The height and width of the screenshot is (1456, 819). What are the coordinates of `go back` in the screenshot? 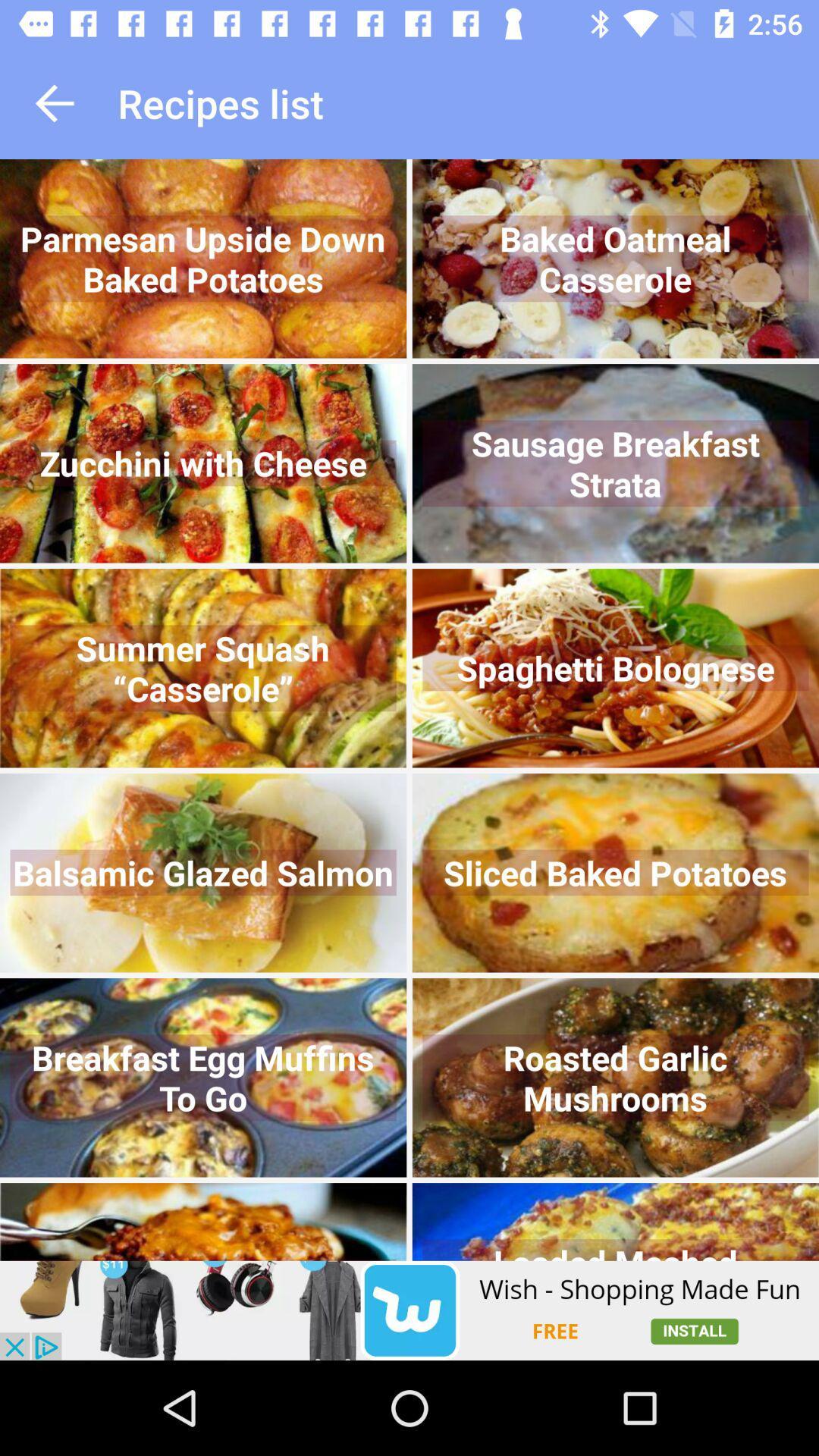 It's located at (54, 102).